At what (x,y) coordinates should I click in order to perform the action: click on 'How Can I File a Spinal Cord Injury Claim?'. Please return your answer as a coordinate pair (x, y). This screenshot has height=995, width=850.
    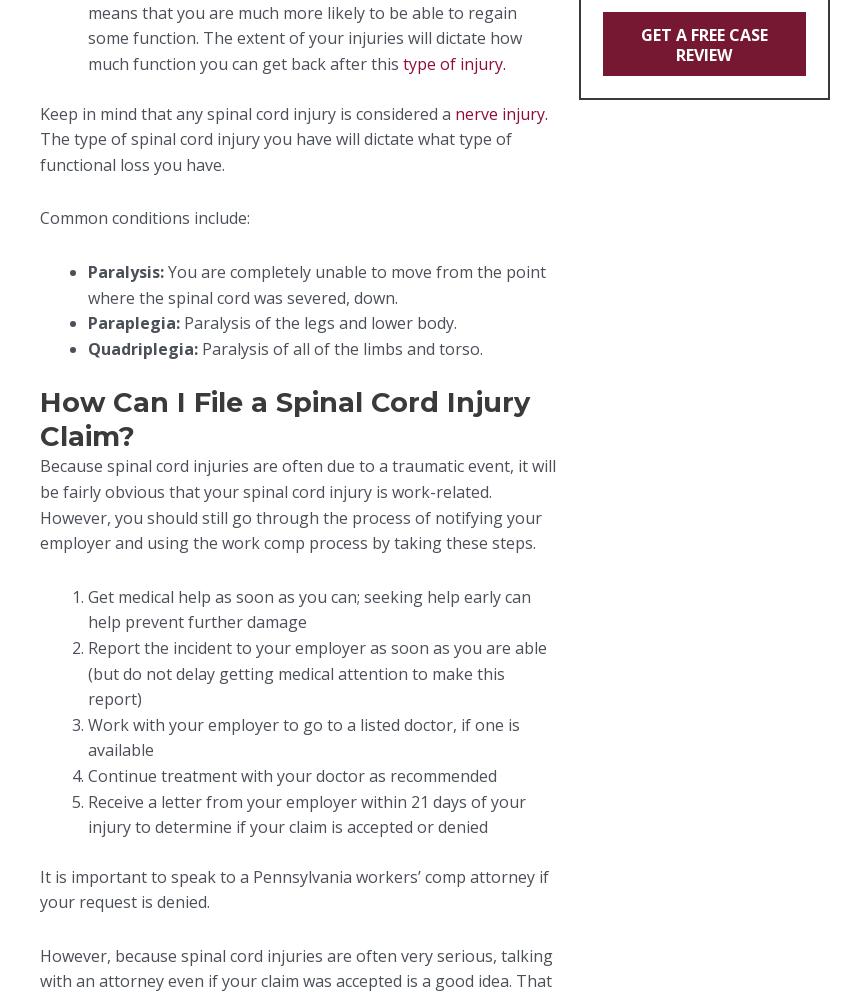
    Looking at the image, I should click on (284, 419).